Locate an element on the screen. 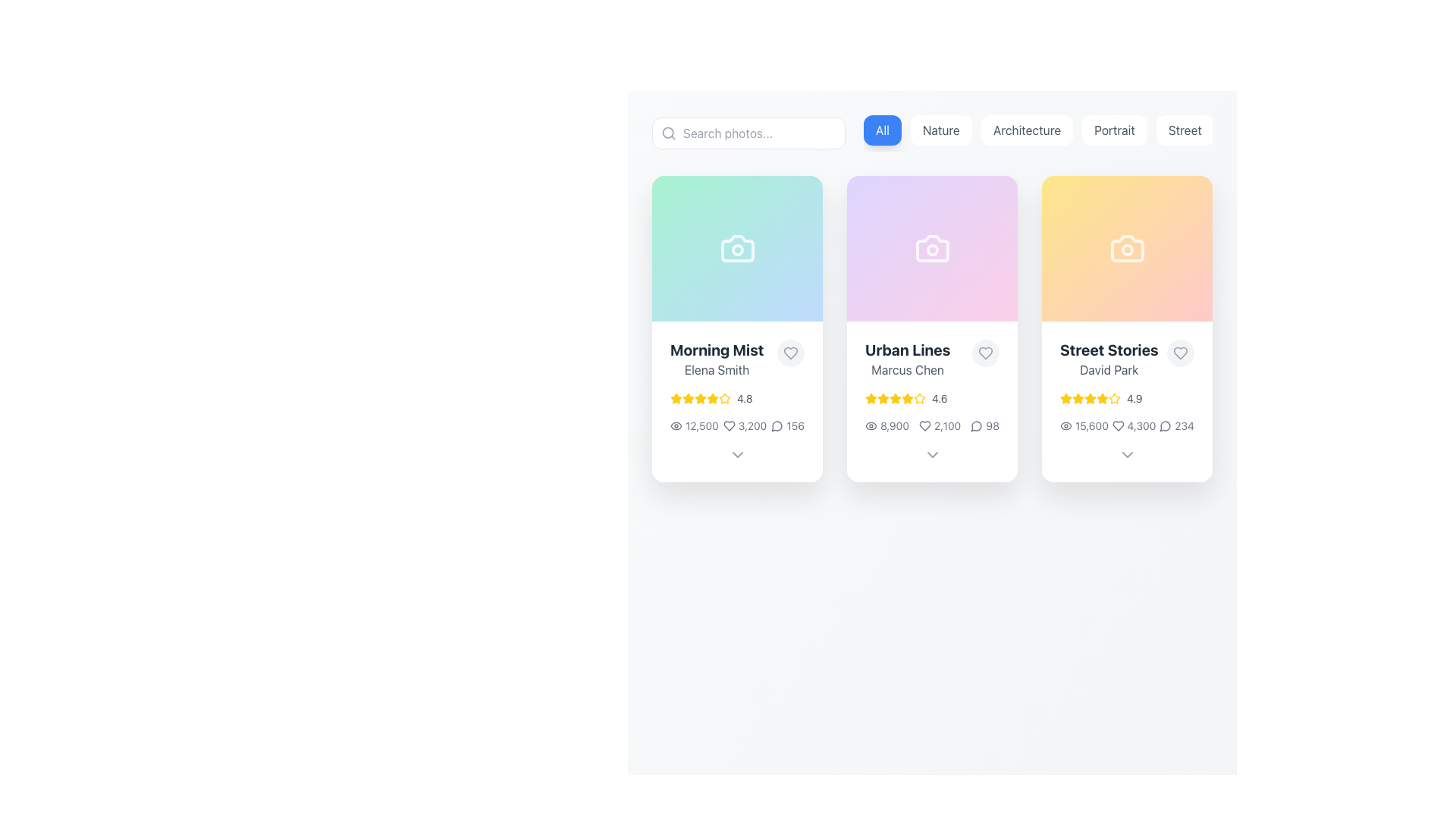 The width and height of the screenshot is (1456, 819). first yellow star icon that represents a rating in the 'Street Stories' card, located near the center of the card under the title and above the 4.9 rating is located at coordinates (1065, 397).